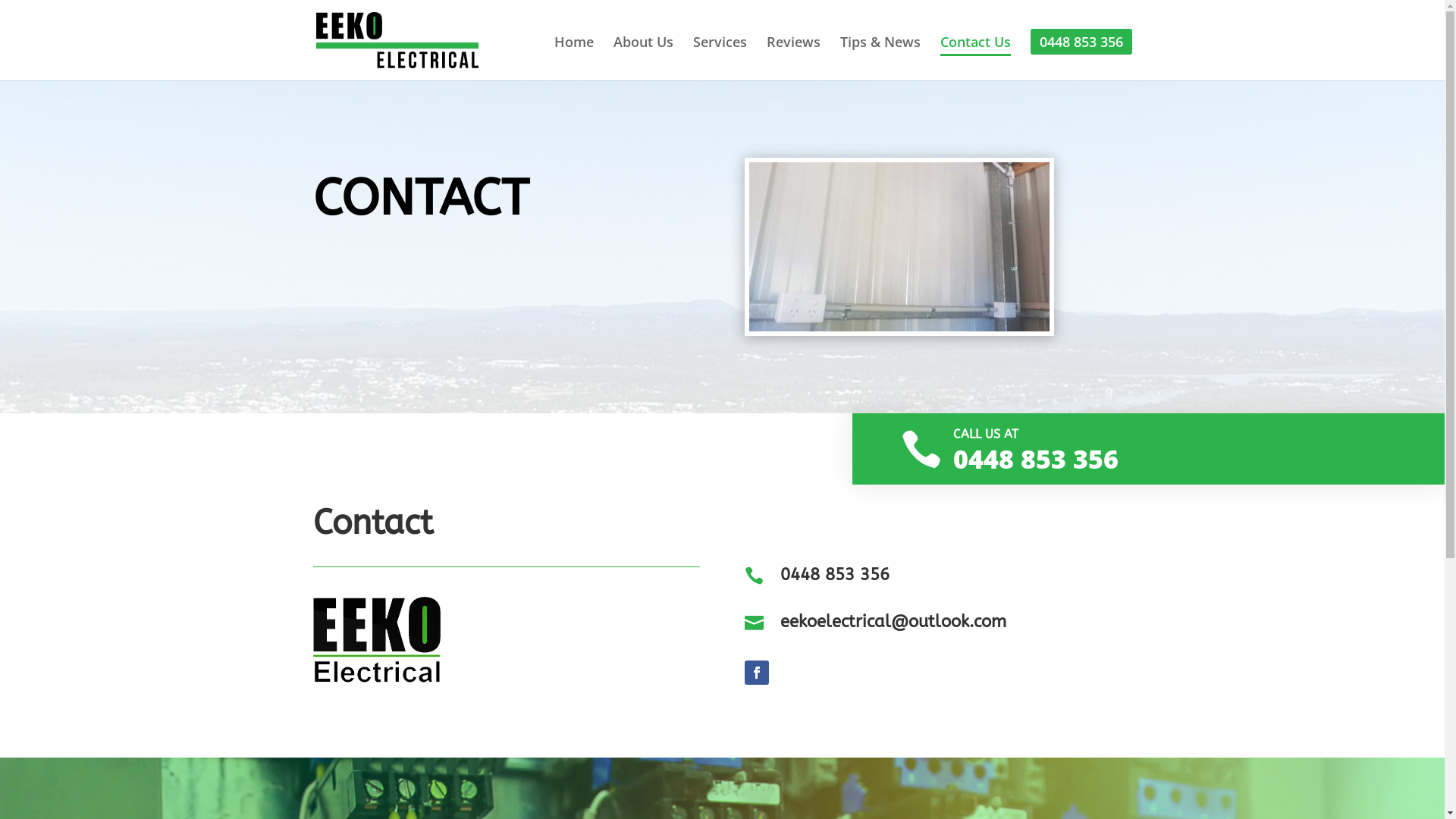 This screenshot has width=1456, height=819. Describe the element at coordinates (833, 575) in the screenshot. I see `'0448 853 356'` at that location.